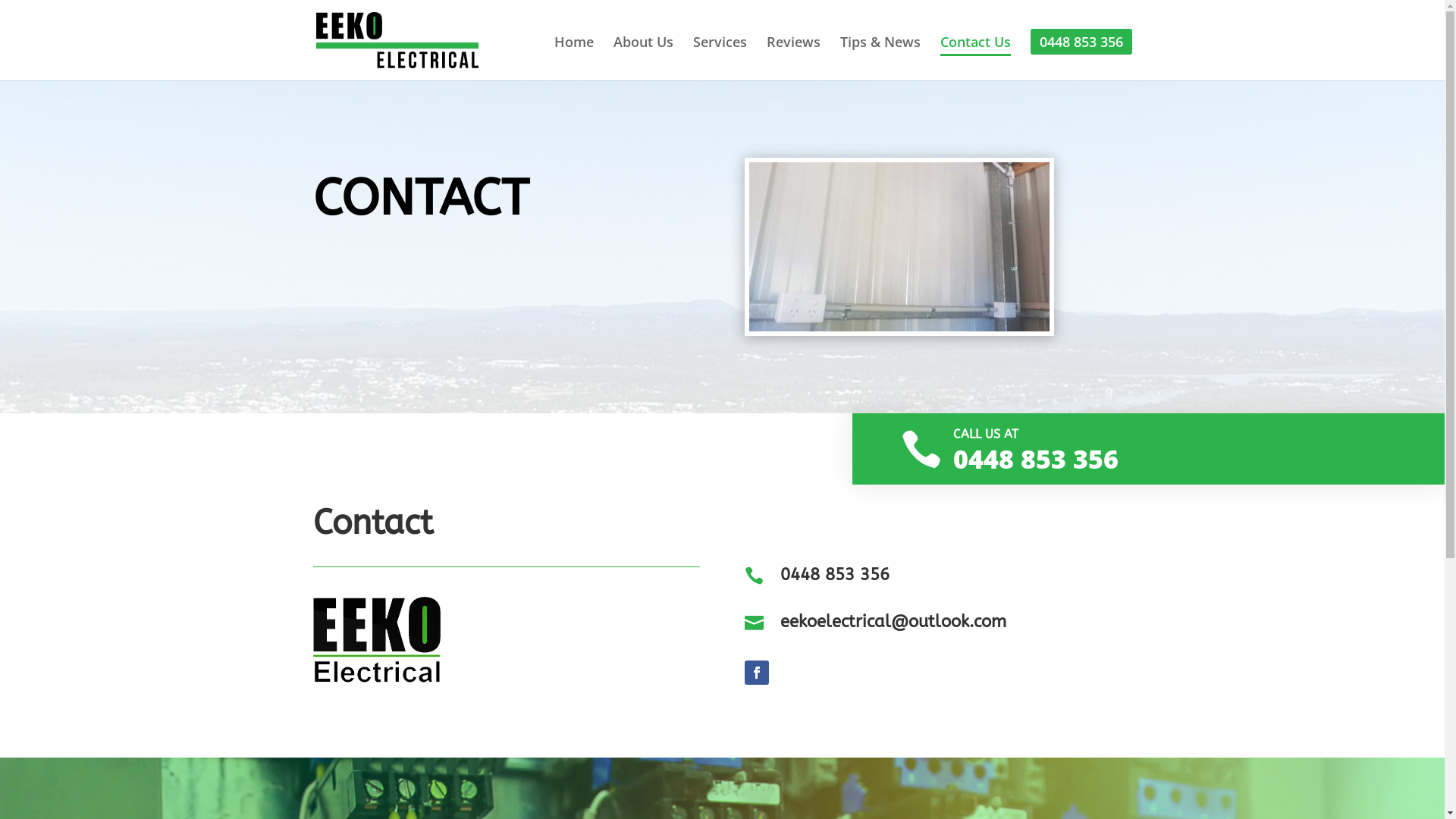 This screenshot has width=1456, height=819. Describe the element at coordinates (833, 575) in the screenshot. I see `'0448 853 356'` at that location.